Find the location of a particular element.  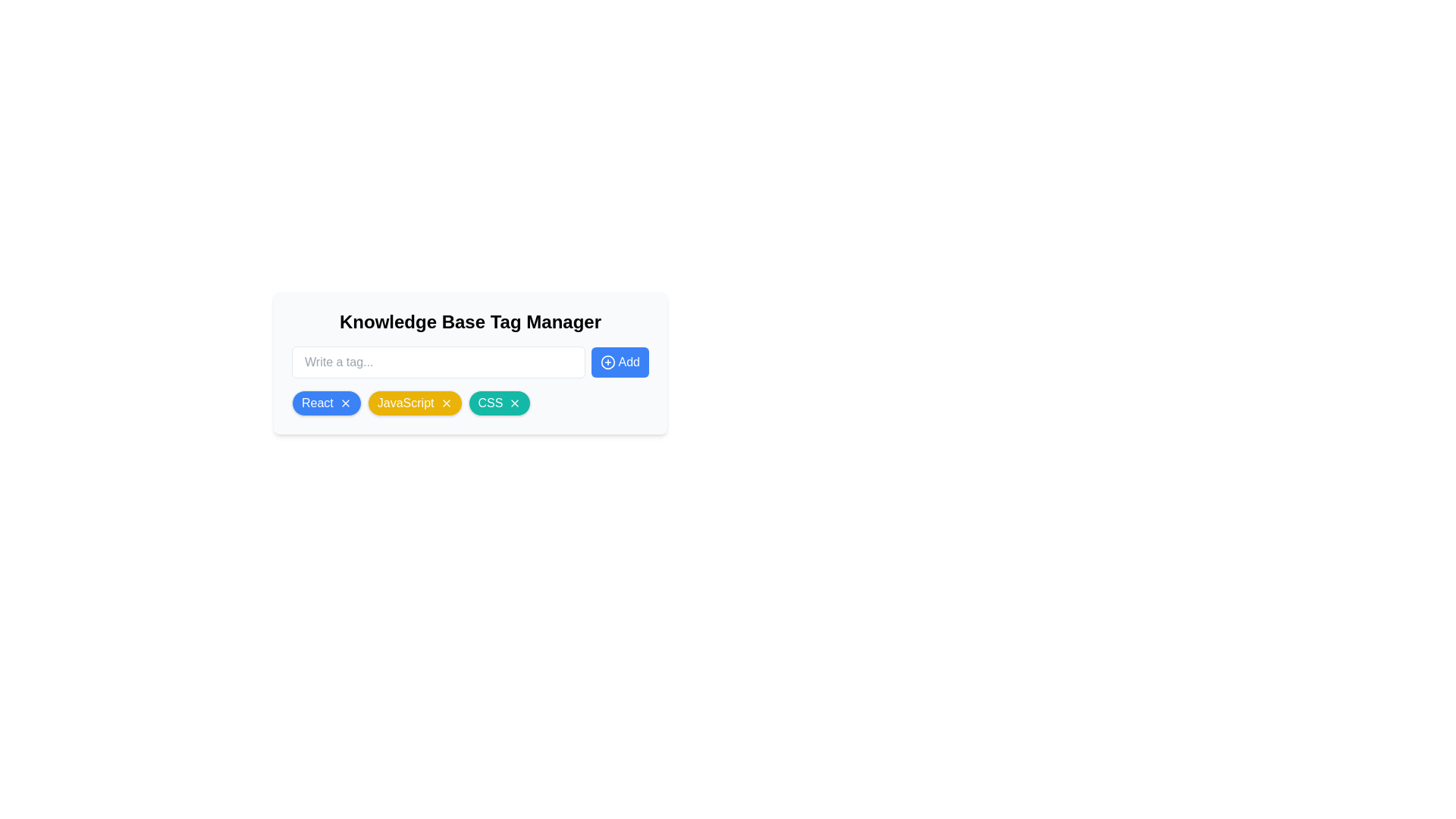

the 'Add' text label within the blue button, which is displayed in white font on a blue rectangular background, located in the lower-right quadrant of the interface is located at coordinates (629, 362).